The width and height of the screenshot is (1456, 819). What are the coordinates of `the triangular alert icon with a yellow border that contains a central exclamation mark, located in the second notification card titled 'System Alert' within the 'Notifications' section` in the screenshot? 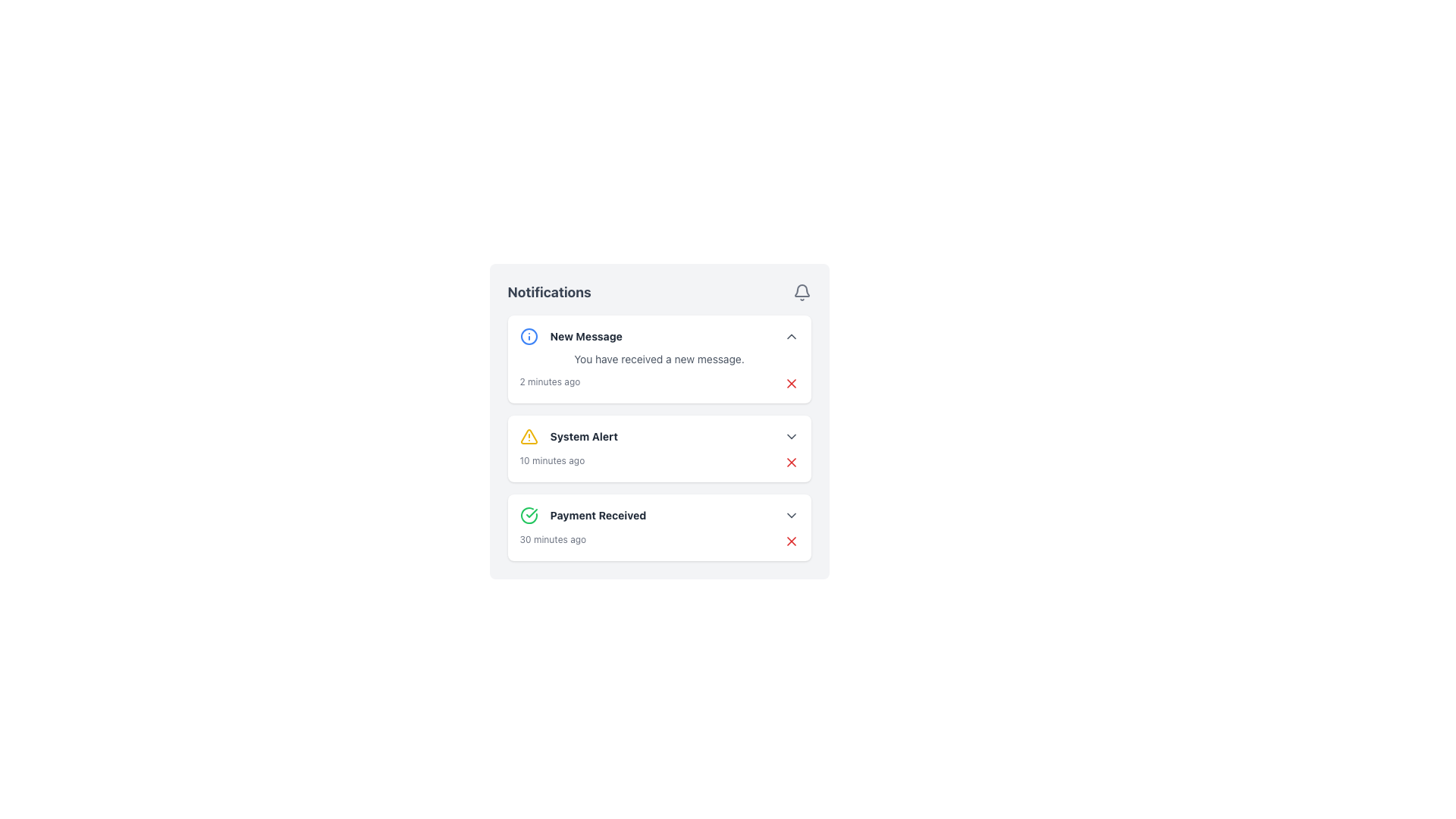 It's located at (529, 436).